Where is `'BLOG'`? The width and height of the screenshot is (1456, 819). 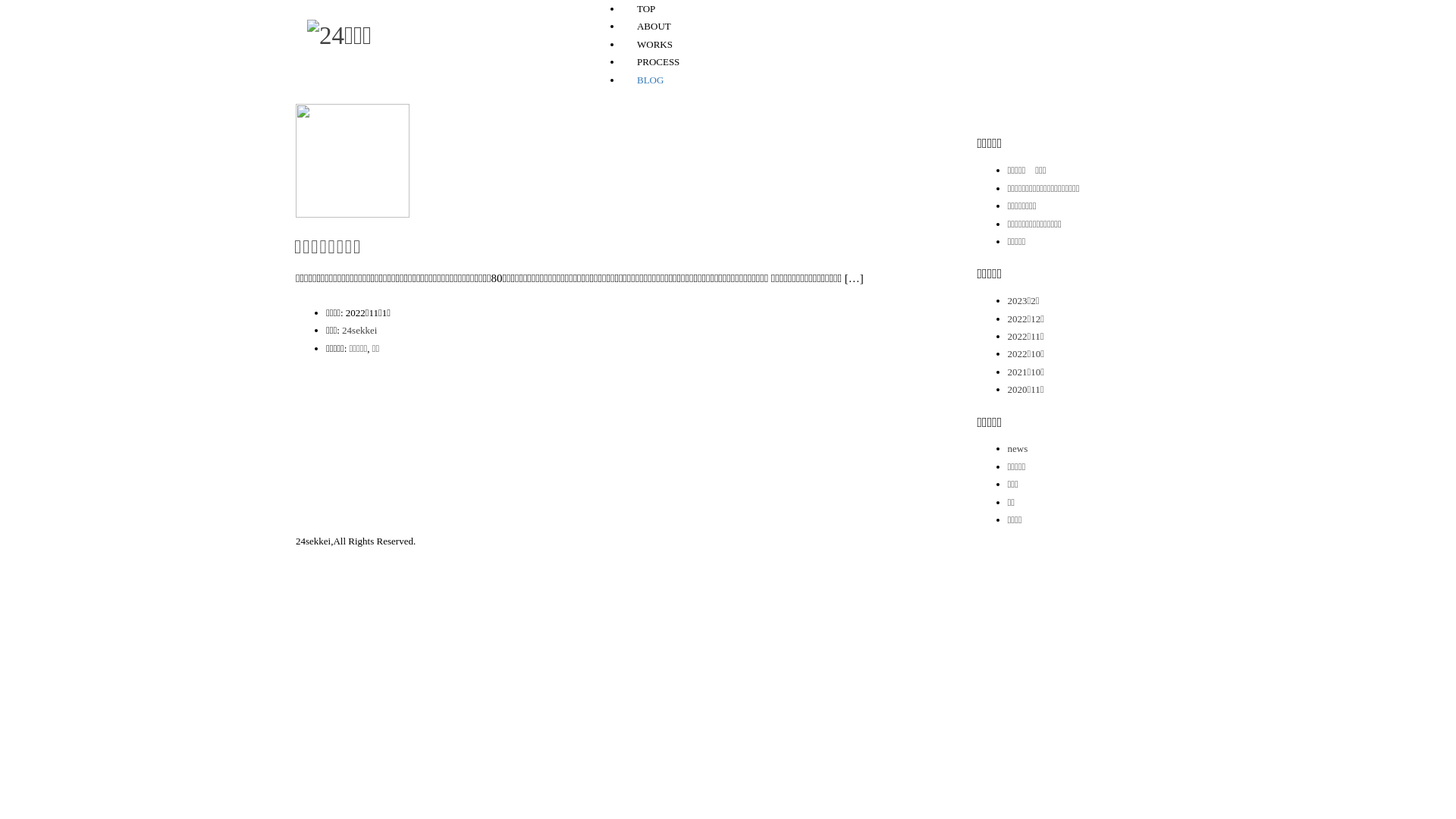 'BLOG' is located at coordinates (650, 80).